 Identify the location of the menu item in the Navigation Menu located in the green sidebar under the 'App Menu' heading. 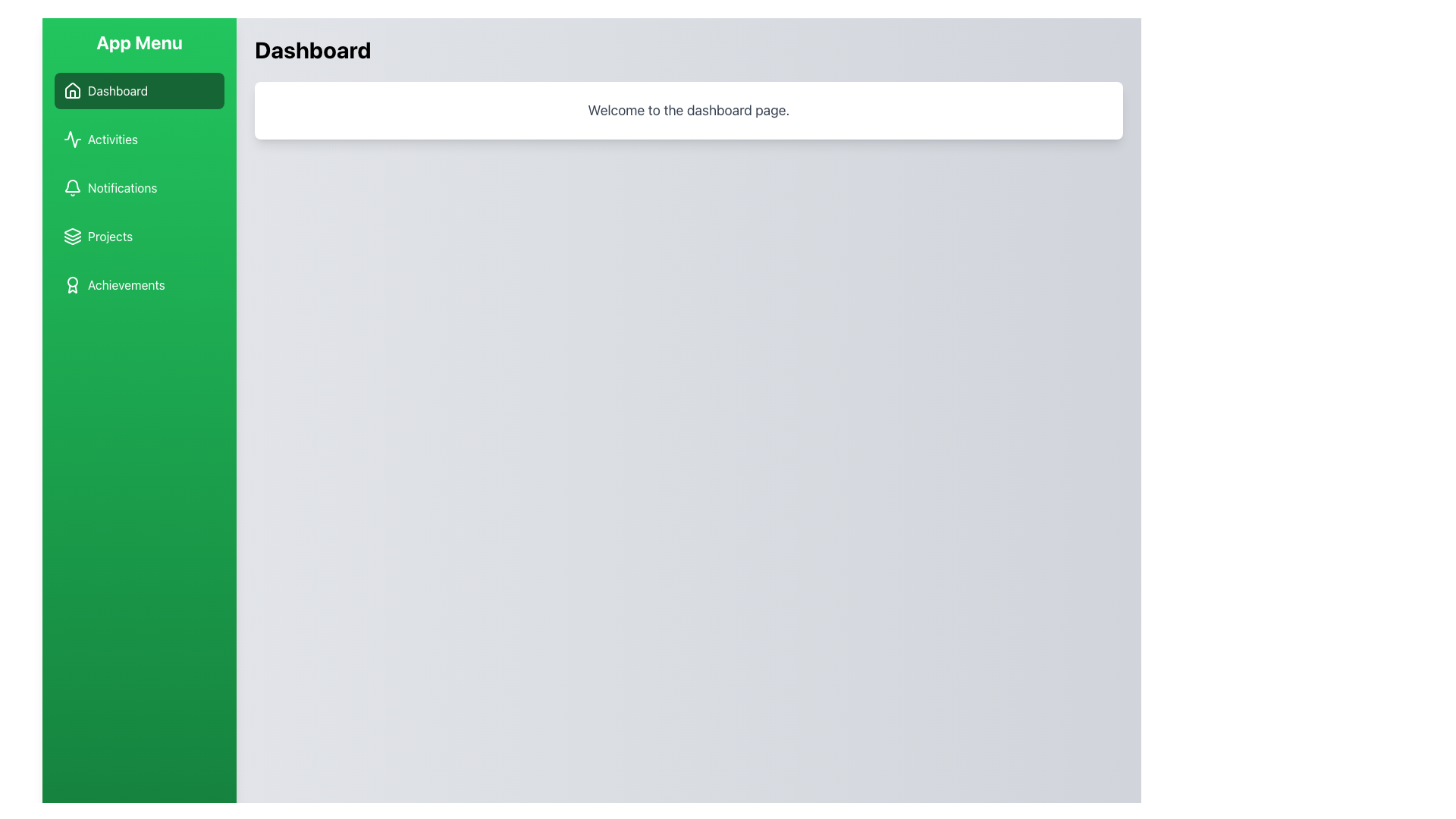
(139, 187).